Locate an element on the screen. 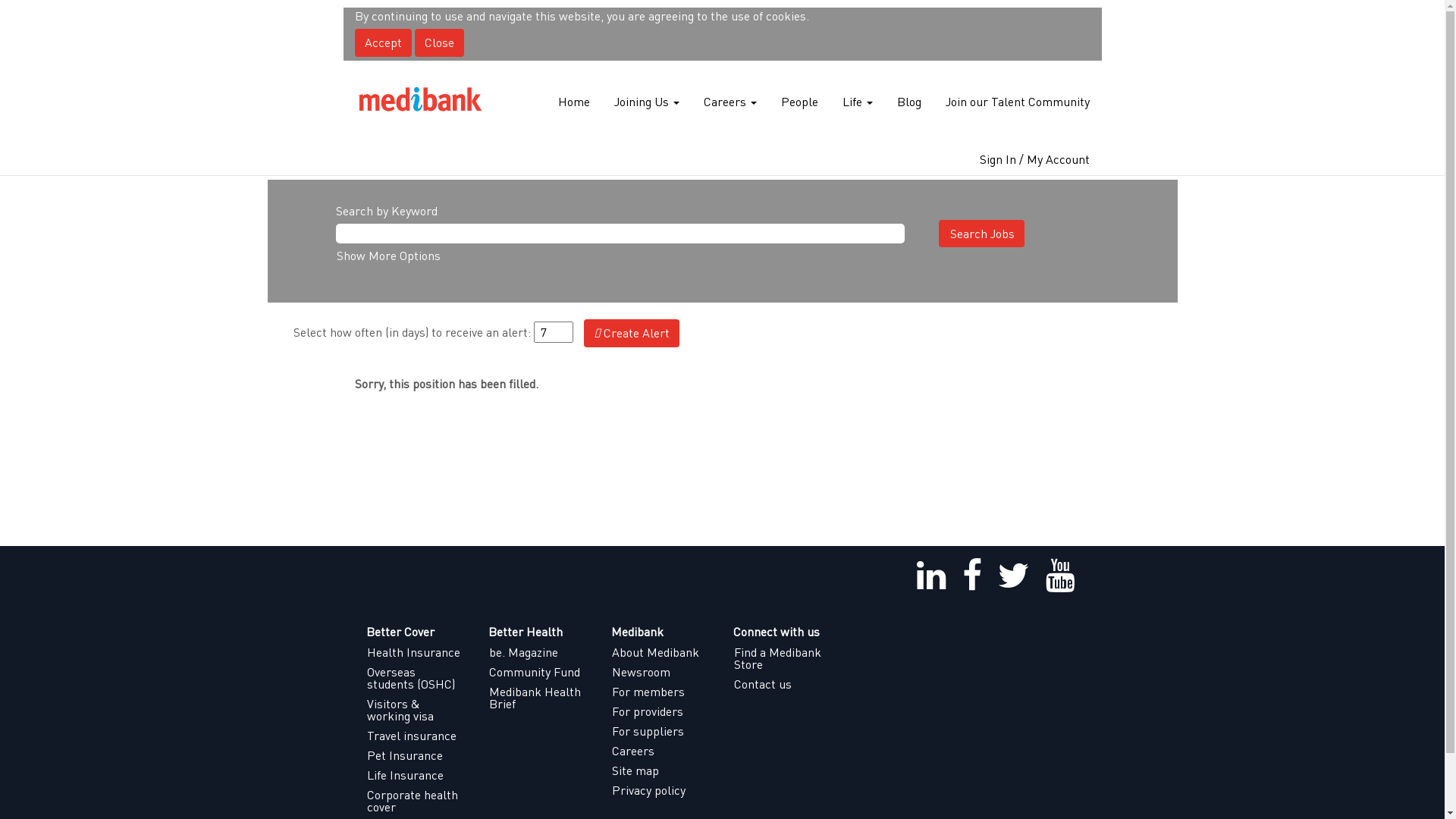  'facebook' is located at coordinates (971, 576).